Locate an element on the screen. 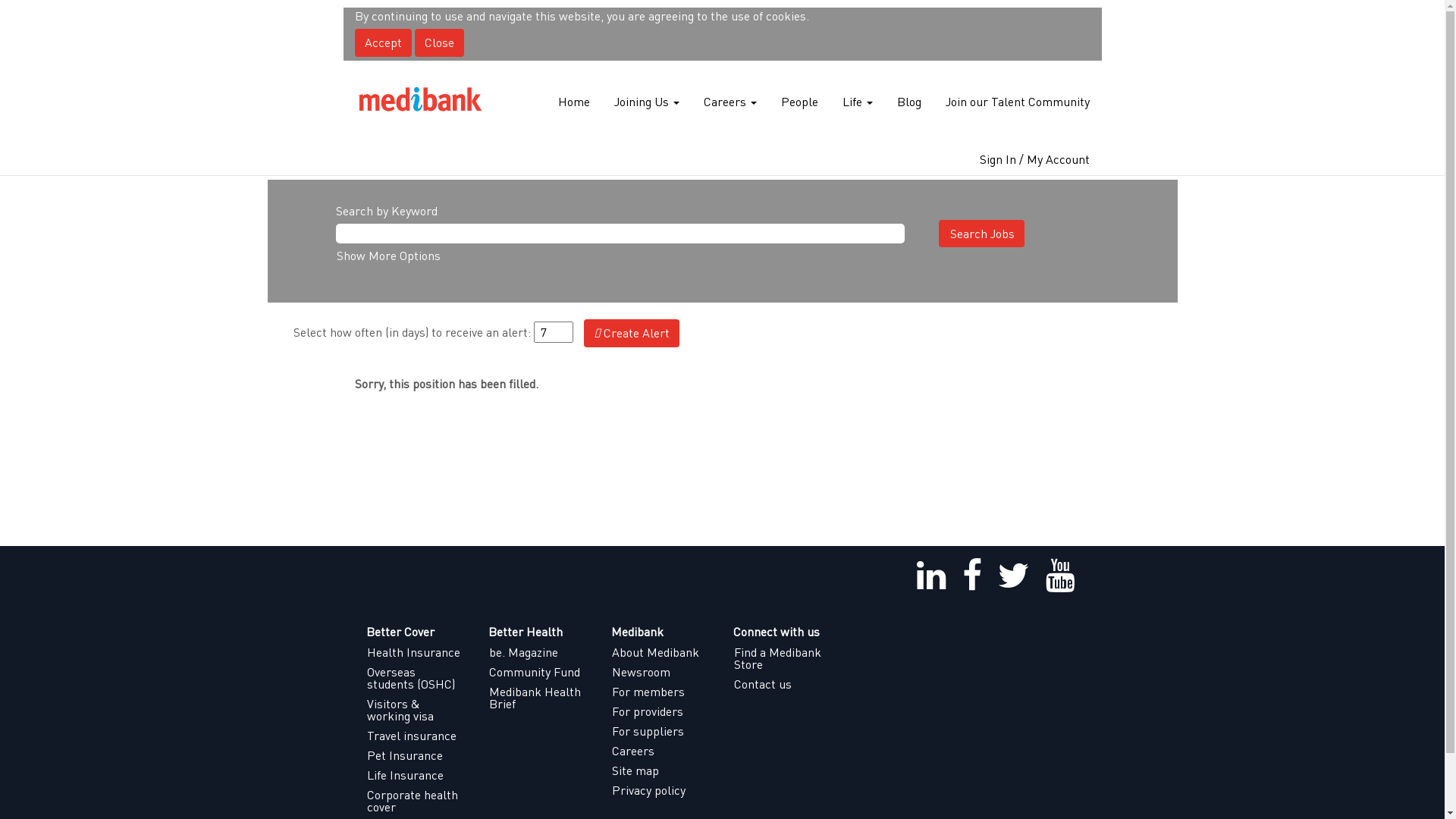  'facebook' is located at coordinates (971, 576).